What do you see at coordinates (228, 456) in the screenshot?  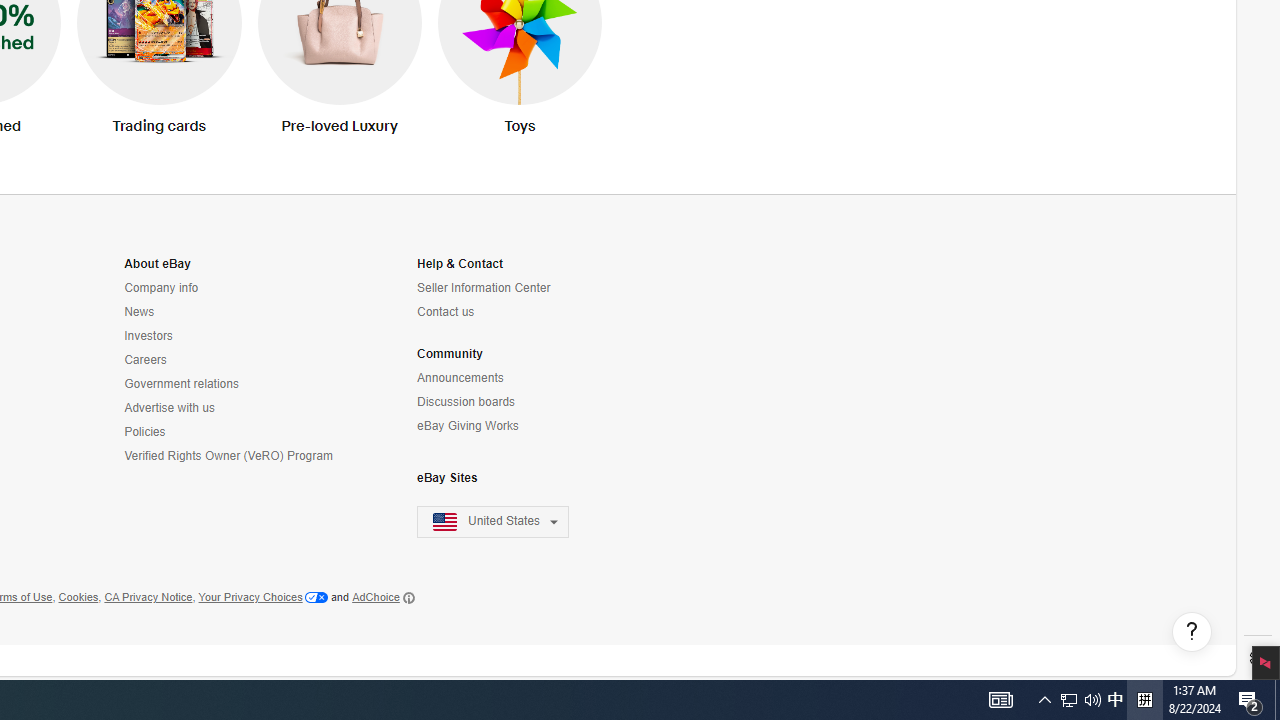 I see `'Verified Rights Owner (VeRO) Program'` at bounding box center [228, 456].